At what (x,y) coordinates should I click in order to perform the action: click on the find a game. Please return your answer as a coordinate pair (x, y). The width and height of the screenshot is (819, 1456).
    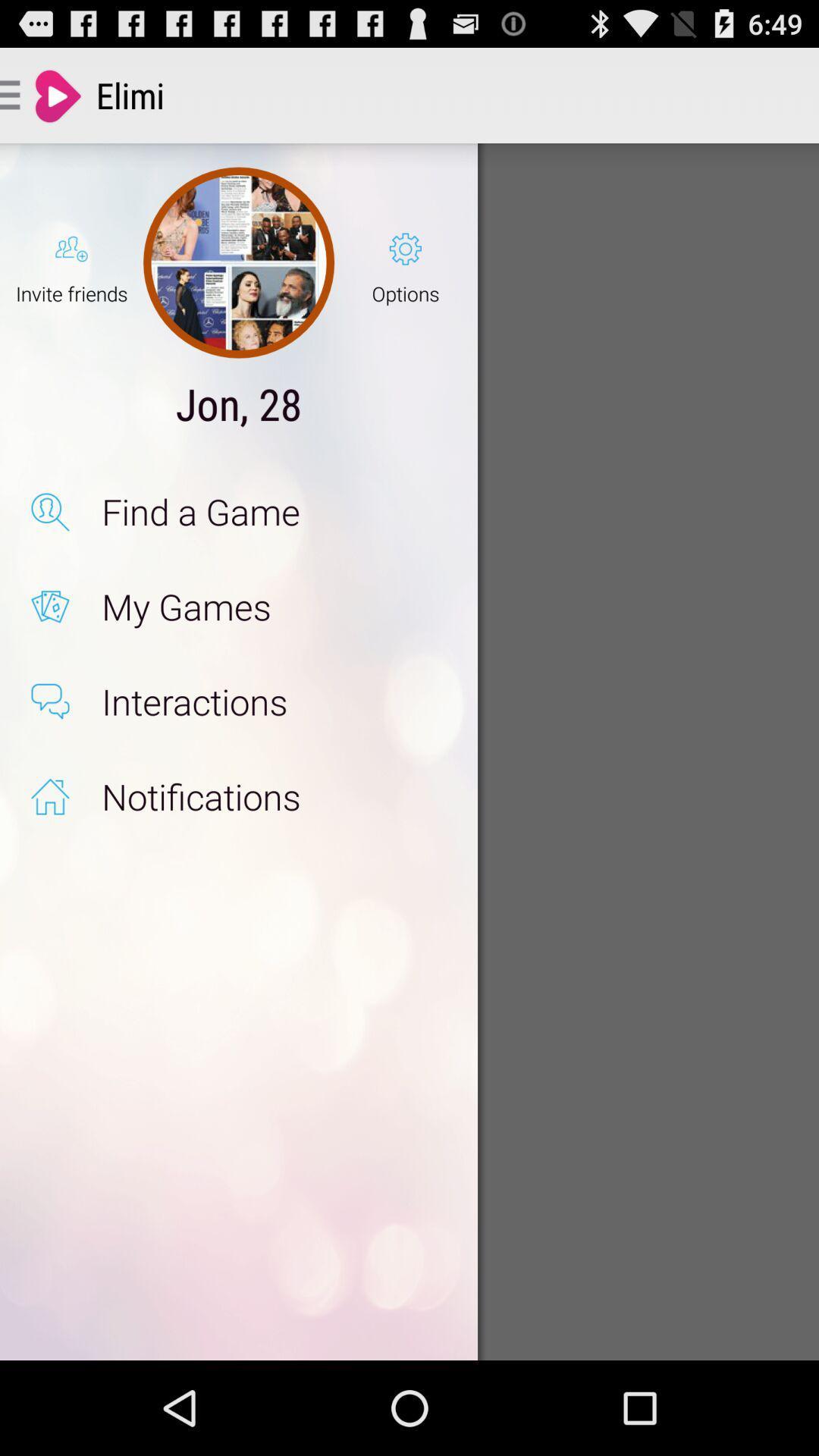
    Looking at the image, I should click on (274, 512).